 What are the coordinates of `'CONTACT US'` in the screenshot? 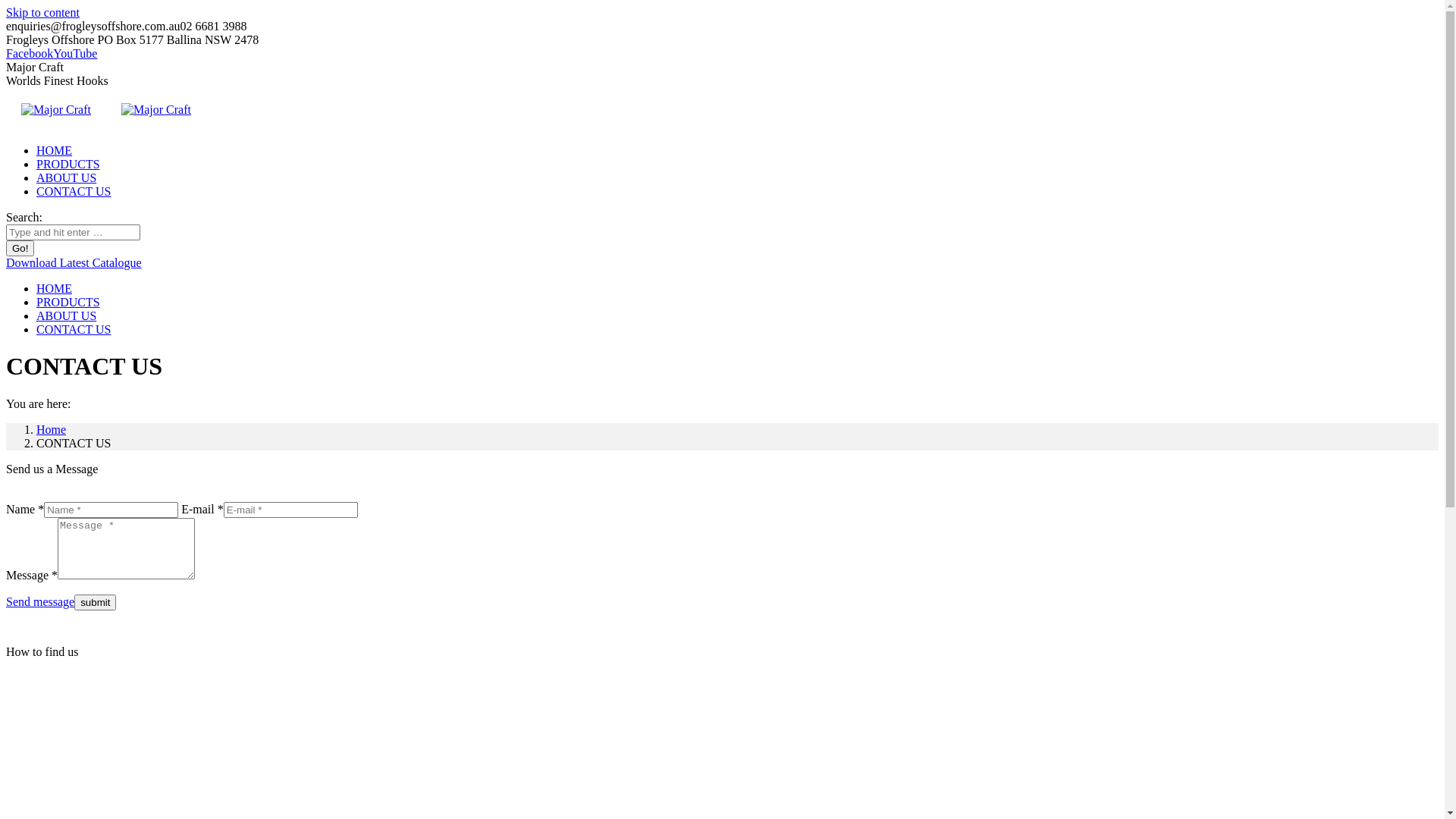 It's located at (72, 328).